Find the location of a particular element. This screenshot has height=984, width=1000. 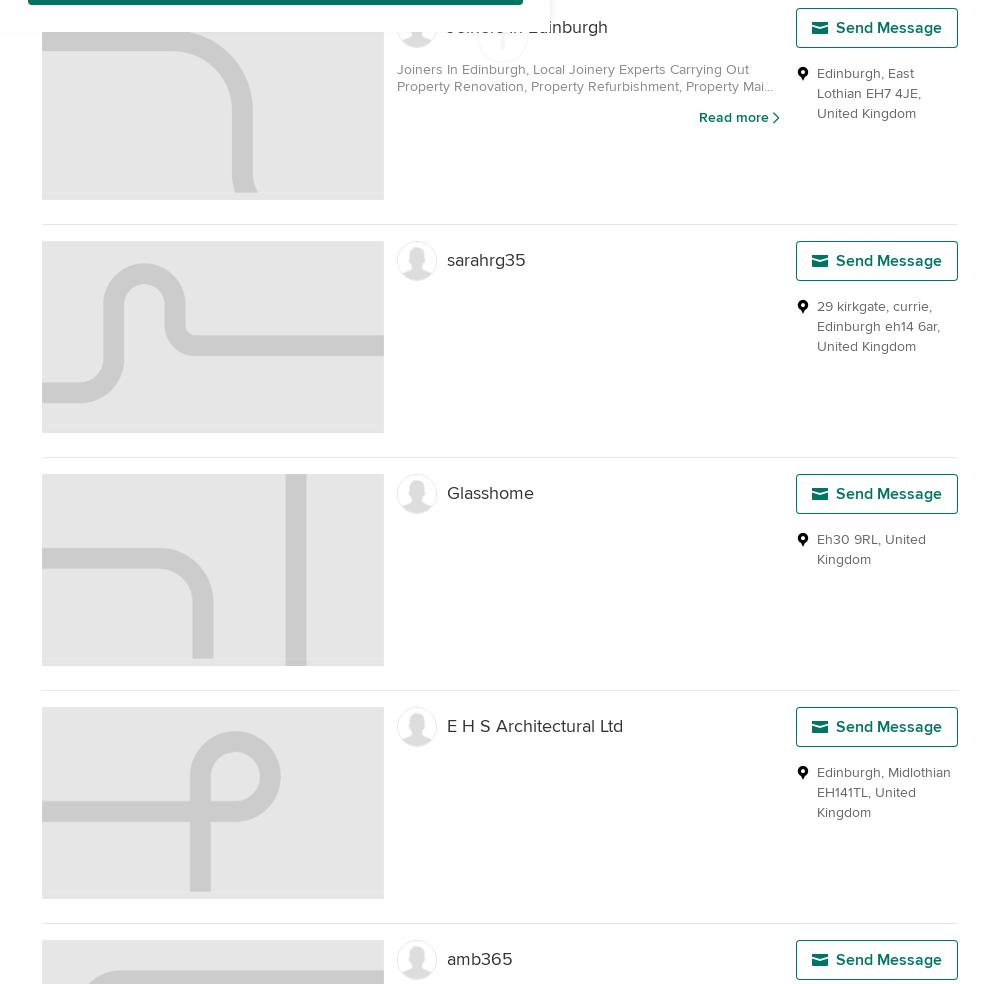

'Midlothian' is located at coordinates (919, 771).